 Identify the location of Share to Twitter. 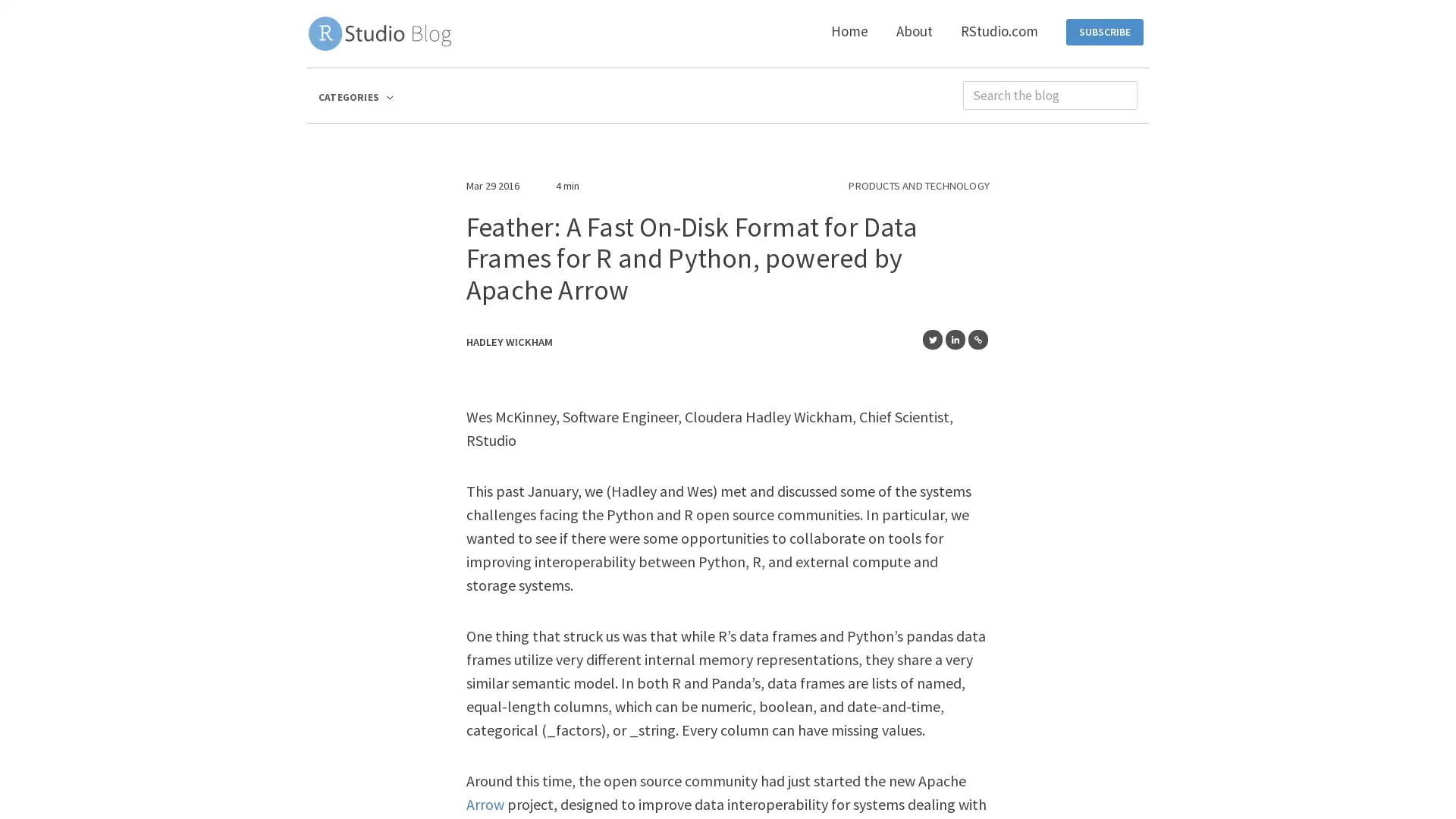
(931, 338).